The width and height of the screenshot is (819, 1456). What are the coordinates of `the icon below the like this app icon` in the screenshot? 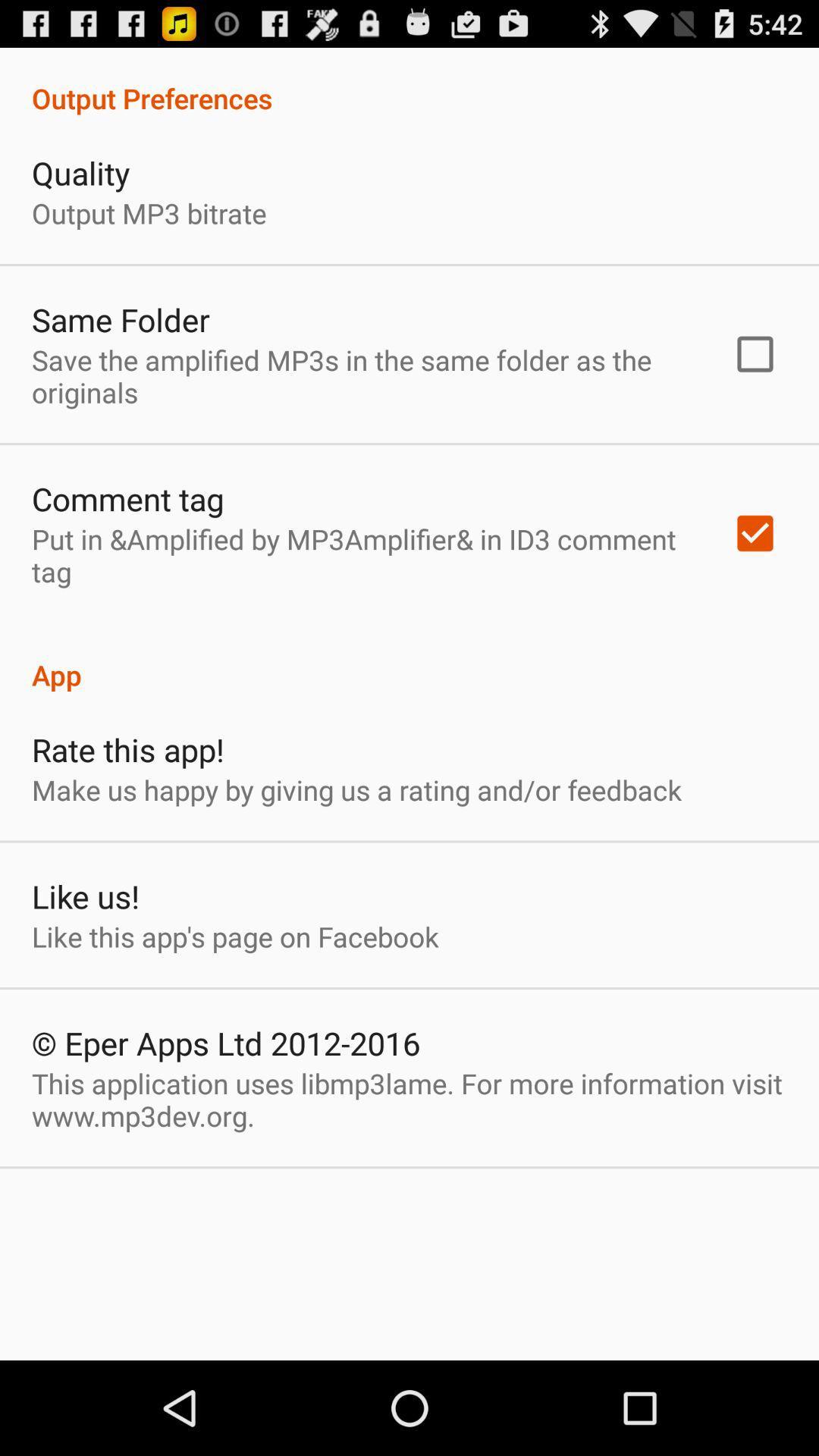 It's located at (226, 1042).